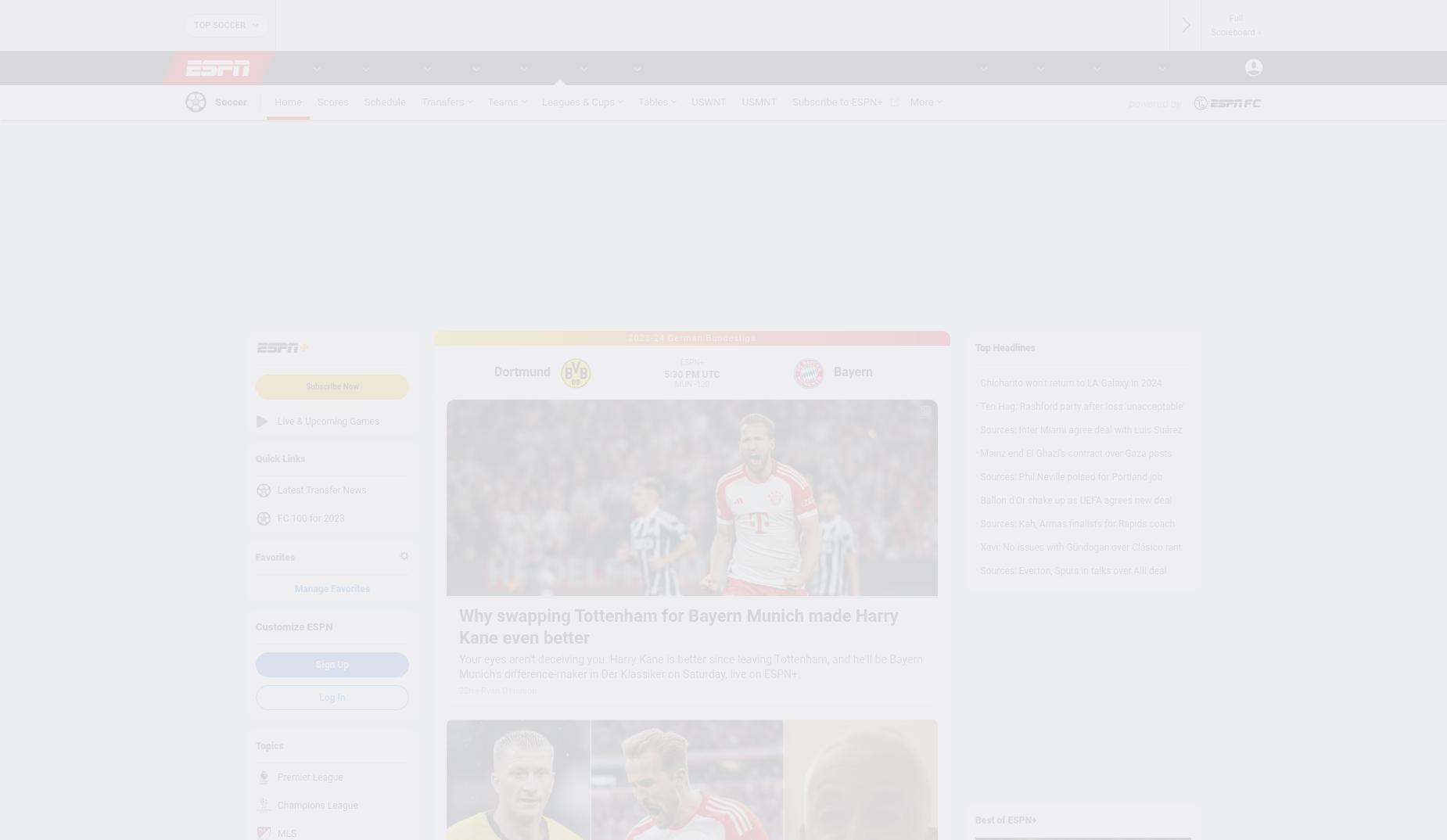 This screenshot has height=840, width=1447. Describe the element at coordinates (678, 626) in the screenshot. I see `'Why swapping Tottenham for Bayern Munich made Harry Kane even better'` at that location.